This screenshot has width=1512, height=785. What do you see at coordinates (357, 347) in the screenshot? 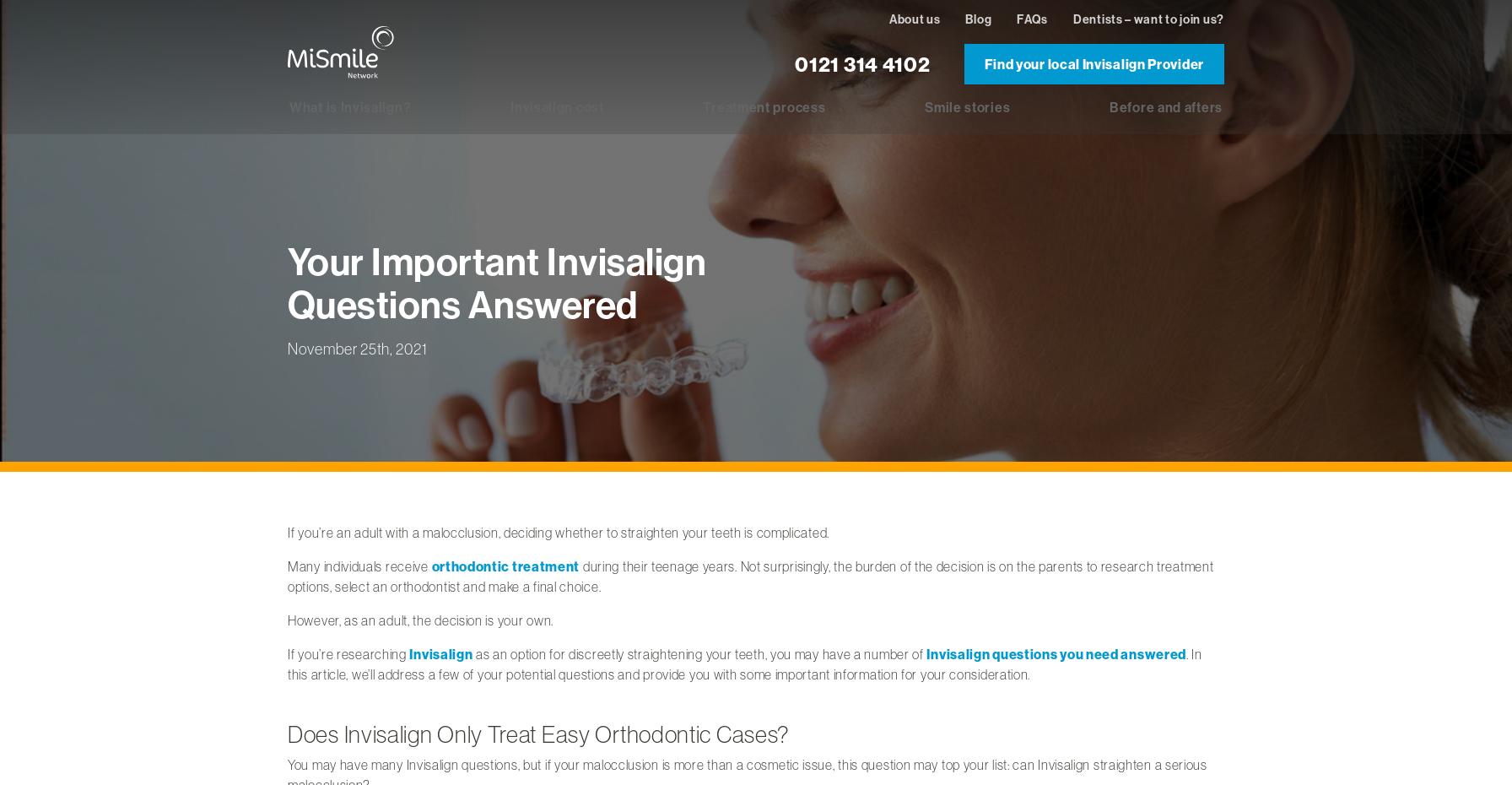
I see `'November 25th, 2021'` at bounding box center [357, 347].